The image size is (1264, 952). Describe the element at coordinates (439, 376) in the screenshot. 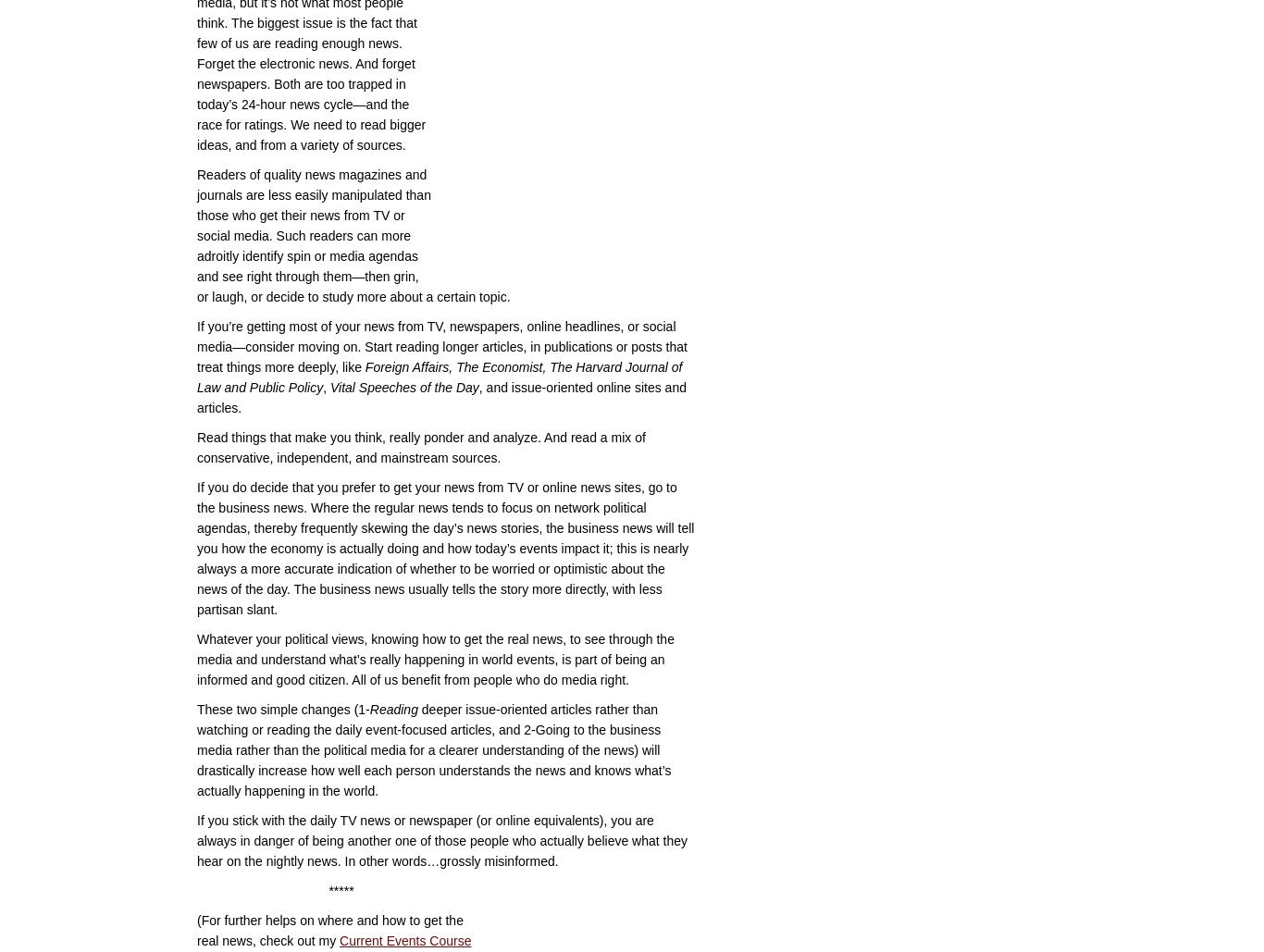

I see `'Foreign Affairs, The Economist, The Harvard Journal of Law and Public Policy'` at that location.